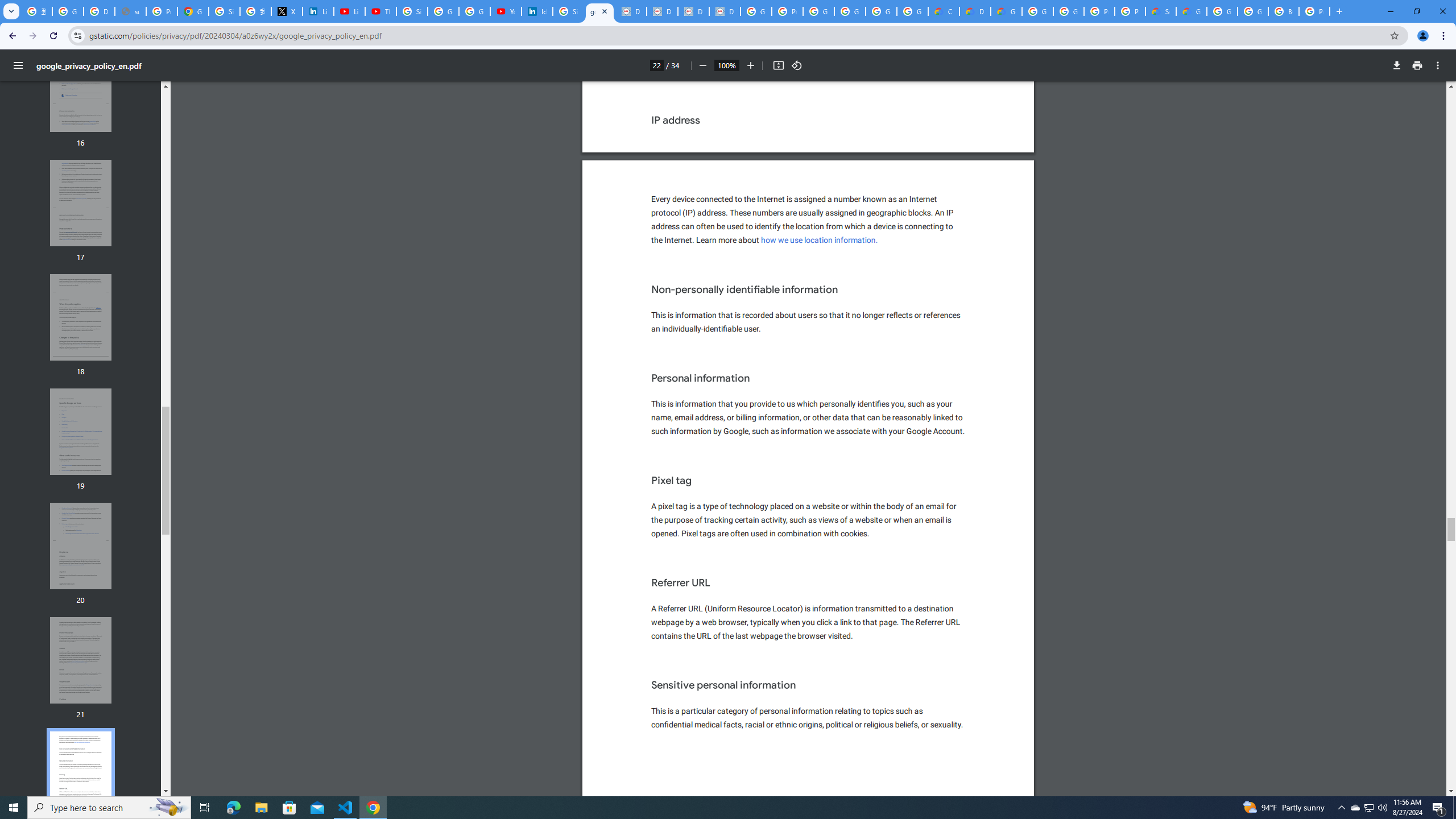  I want to click on 'Zoom level', so click(726, 65).